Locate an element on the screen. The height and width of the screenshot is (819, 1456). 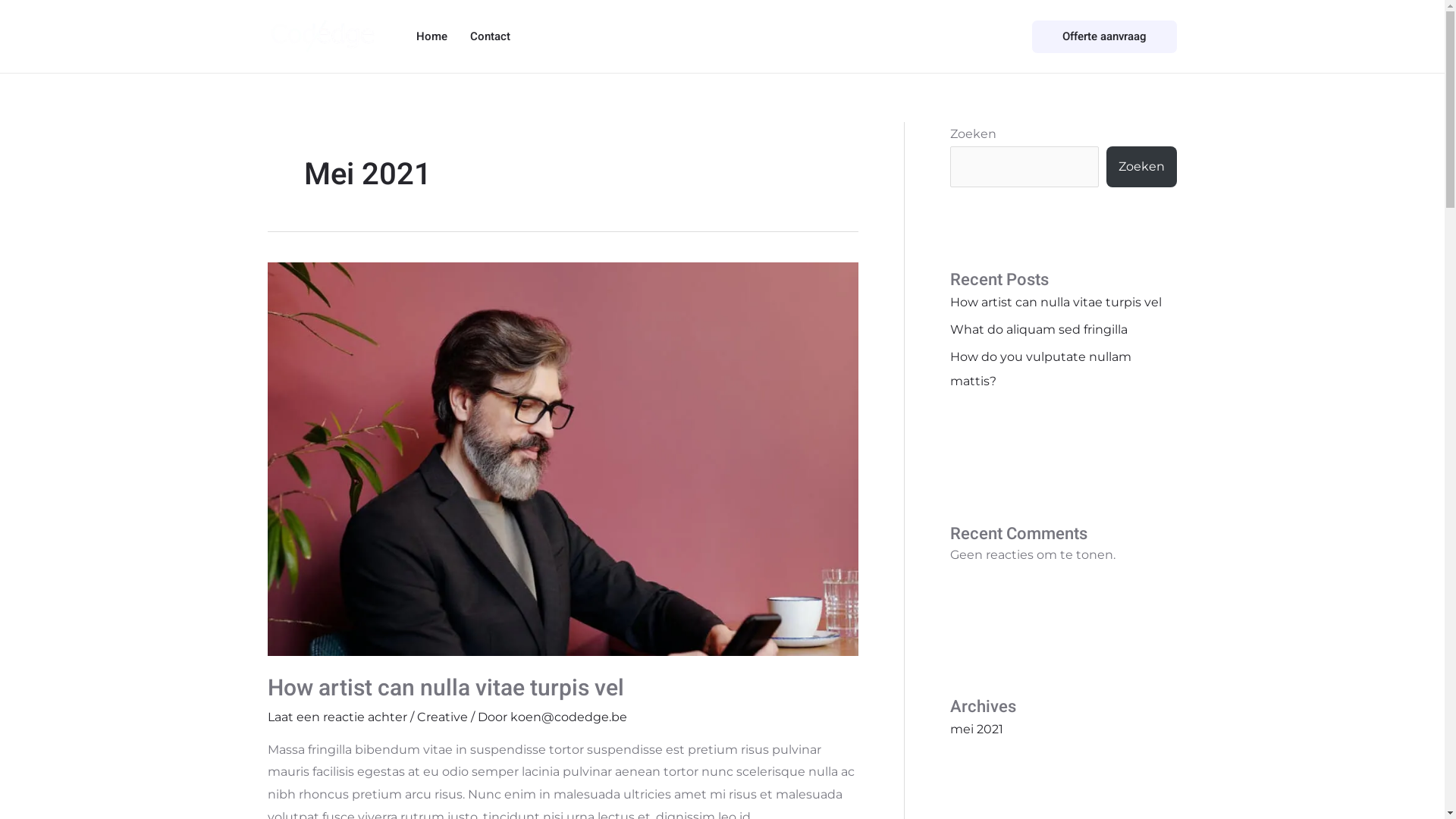
'What do aliquam sed fringilla' is located at coordinates (949, 328).